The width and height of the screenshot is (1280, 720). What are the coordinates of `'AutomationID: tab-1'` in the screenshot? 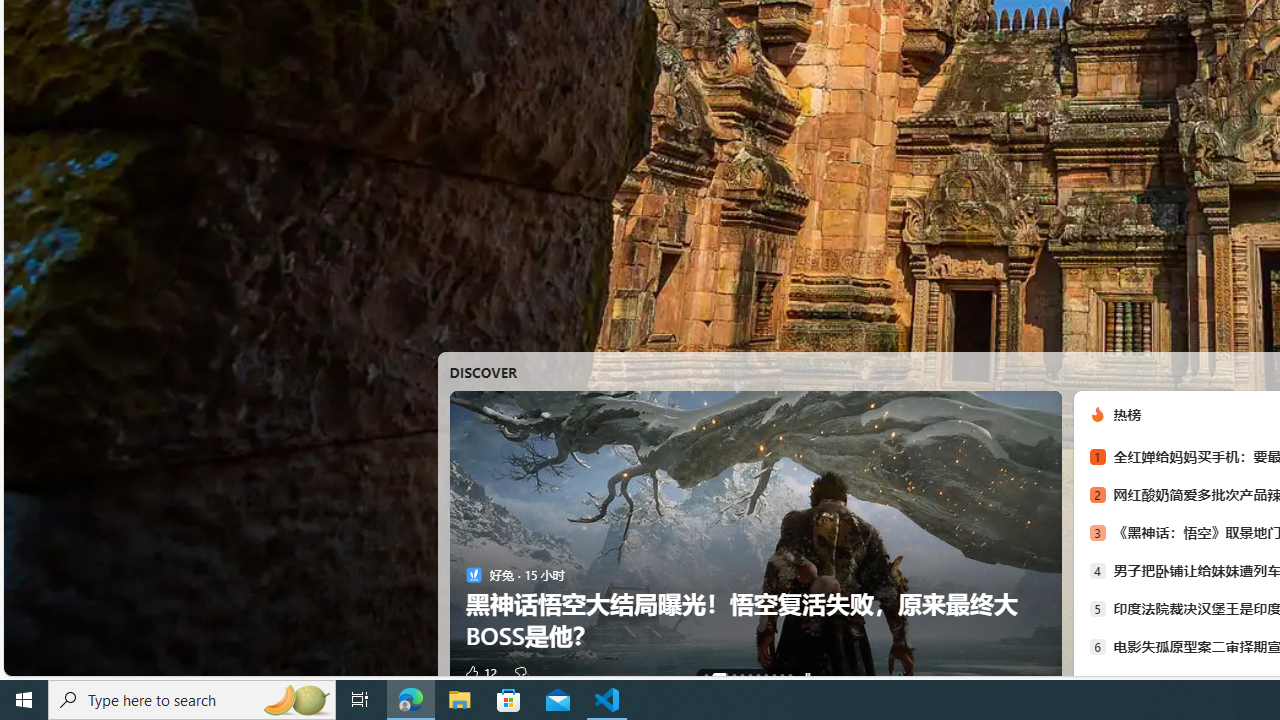 It's located at (714, 675).